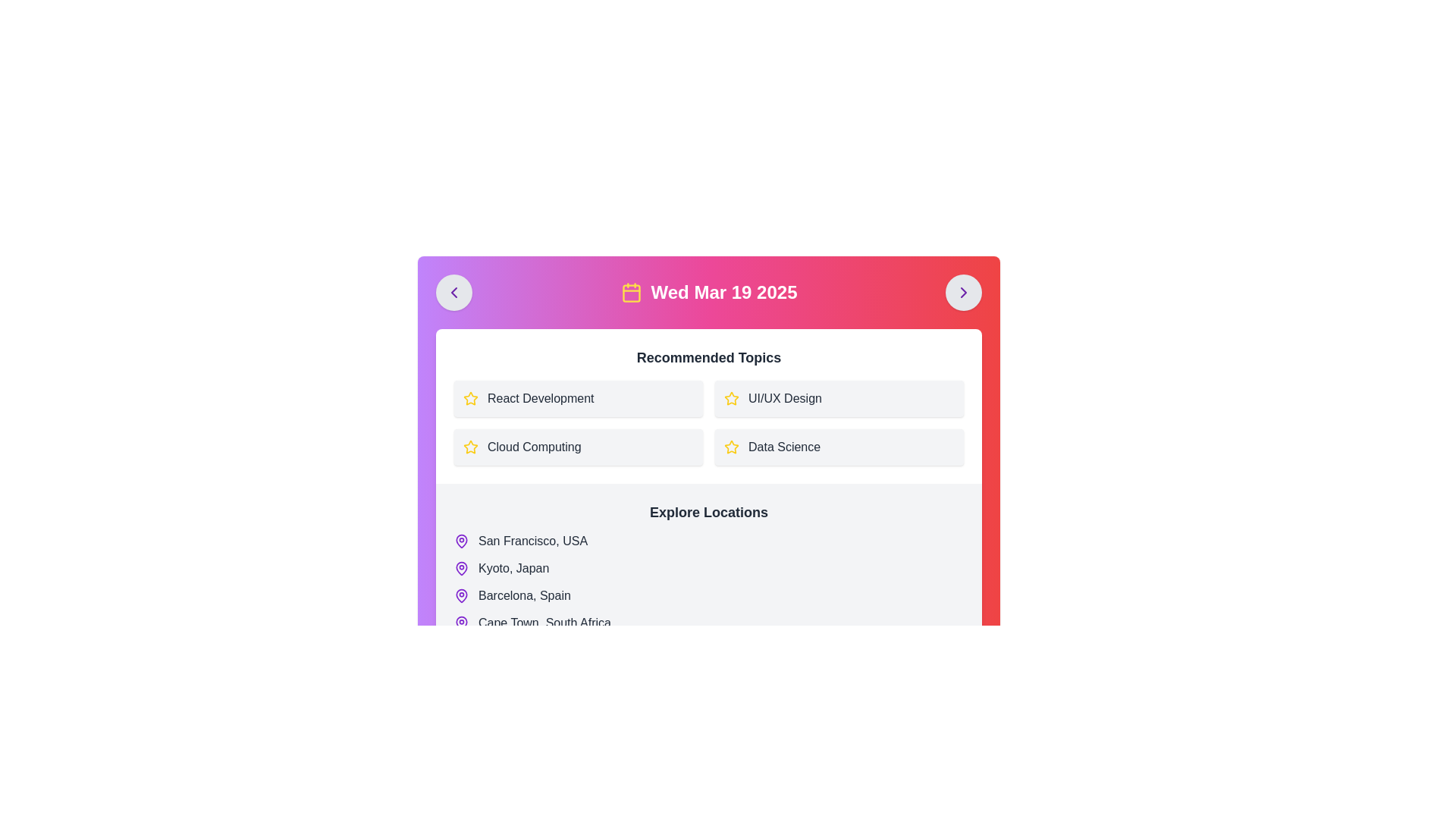  I want to click on the left chevron icon, which is part of a circular button located in the top left corner of the interface, so click(453, 292).